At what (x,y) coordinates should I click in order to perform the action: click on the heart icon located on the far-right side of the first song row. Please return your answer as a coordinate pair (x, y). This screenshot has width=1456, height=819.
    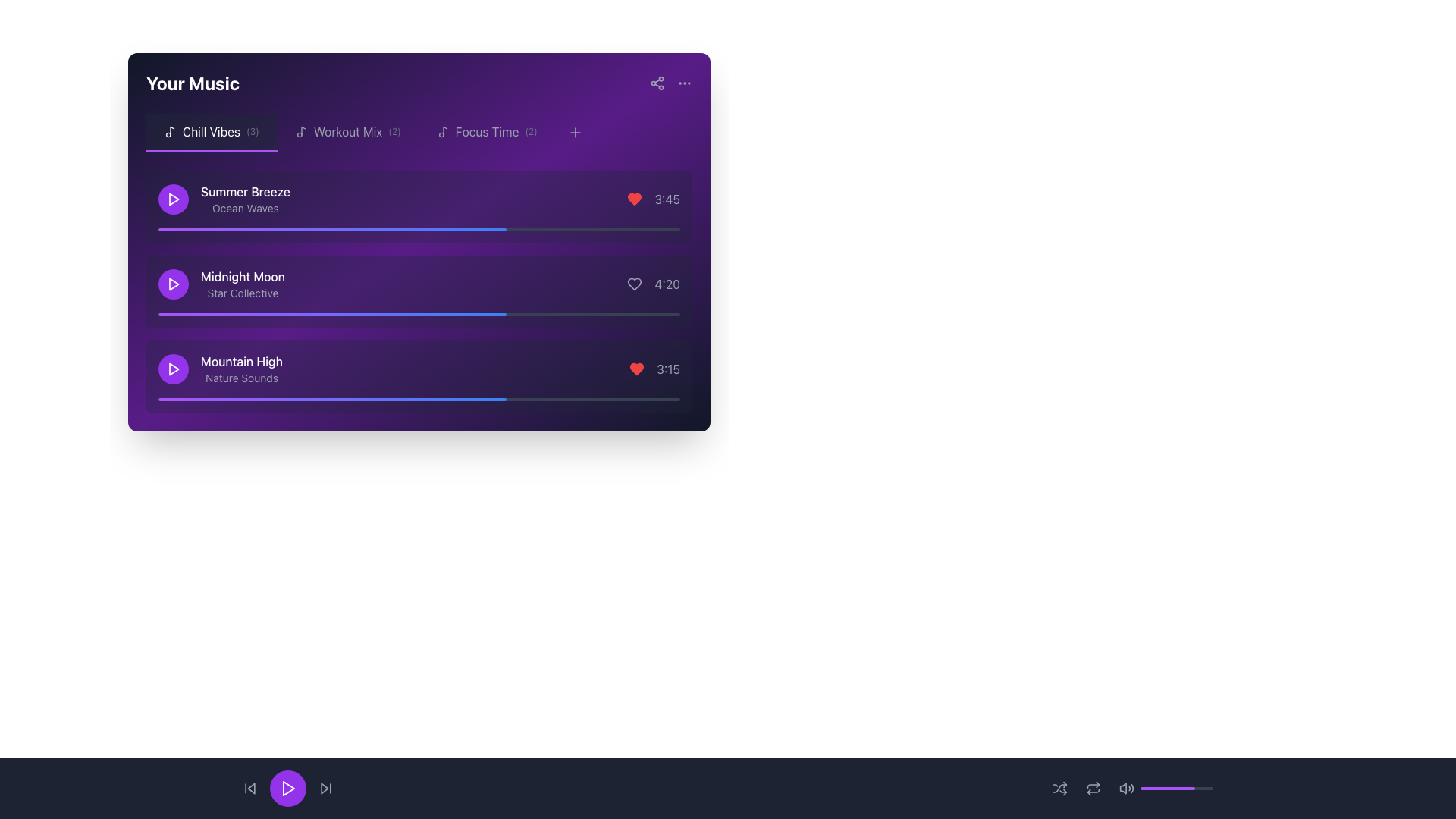
    Looking at the image, I should click on (635, 198).